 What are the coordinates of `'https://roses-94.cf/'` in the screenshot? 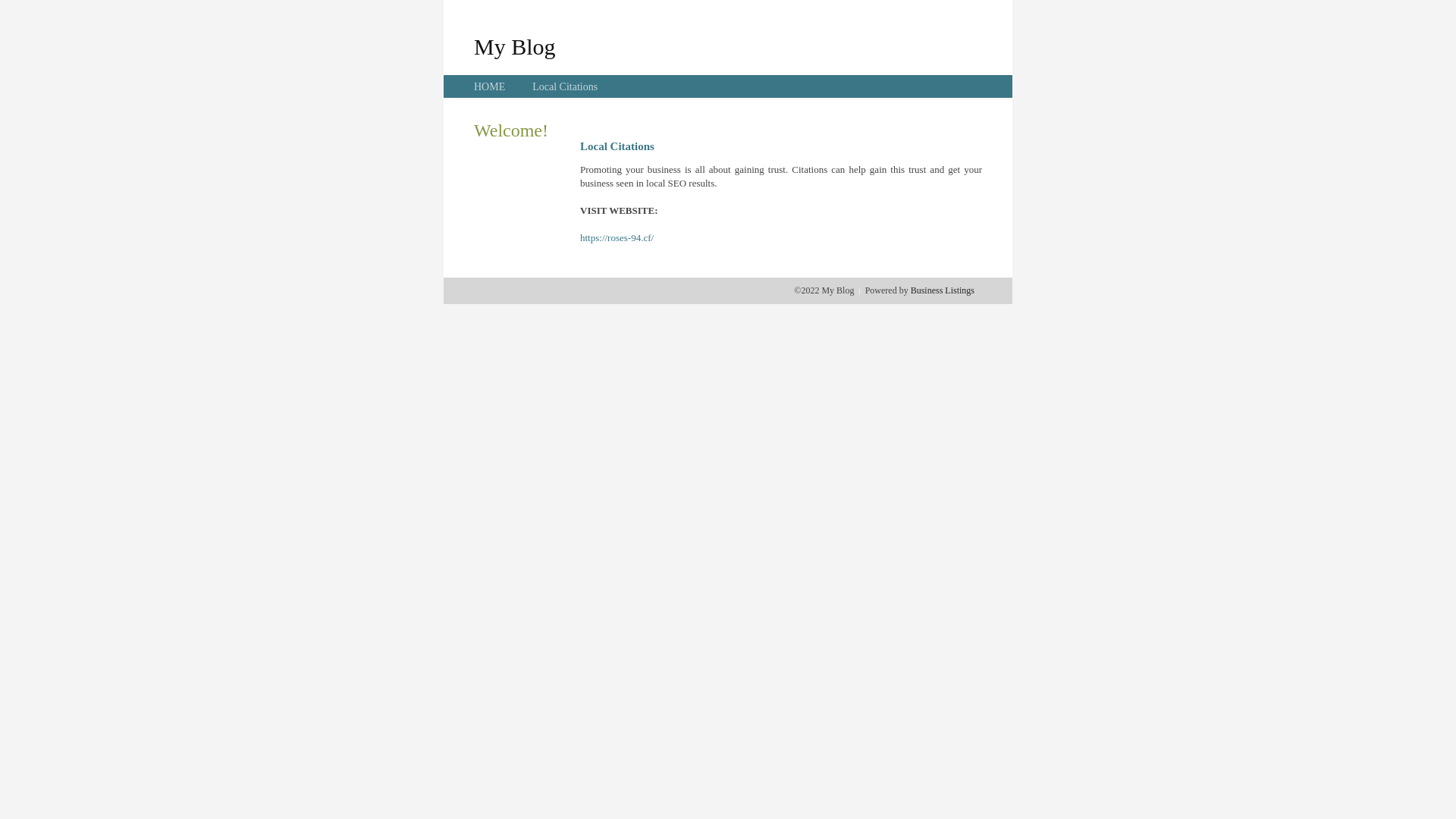 It's located at (579, 237).